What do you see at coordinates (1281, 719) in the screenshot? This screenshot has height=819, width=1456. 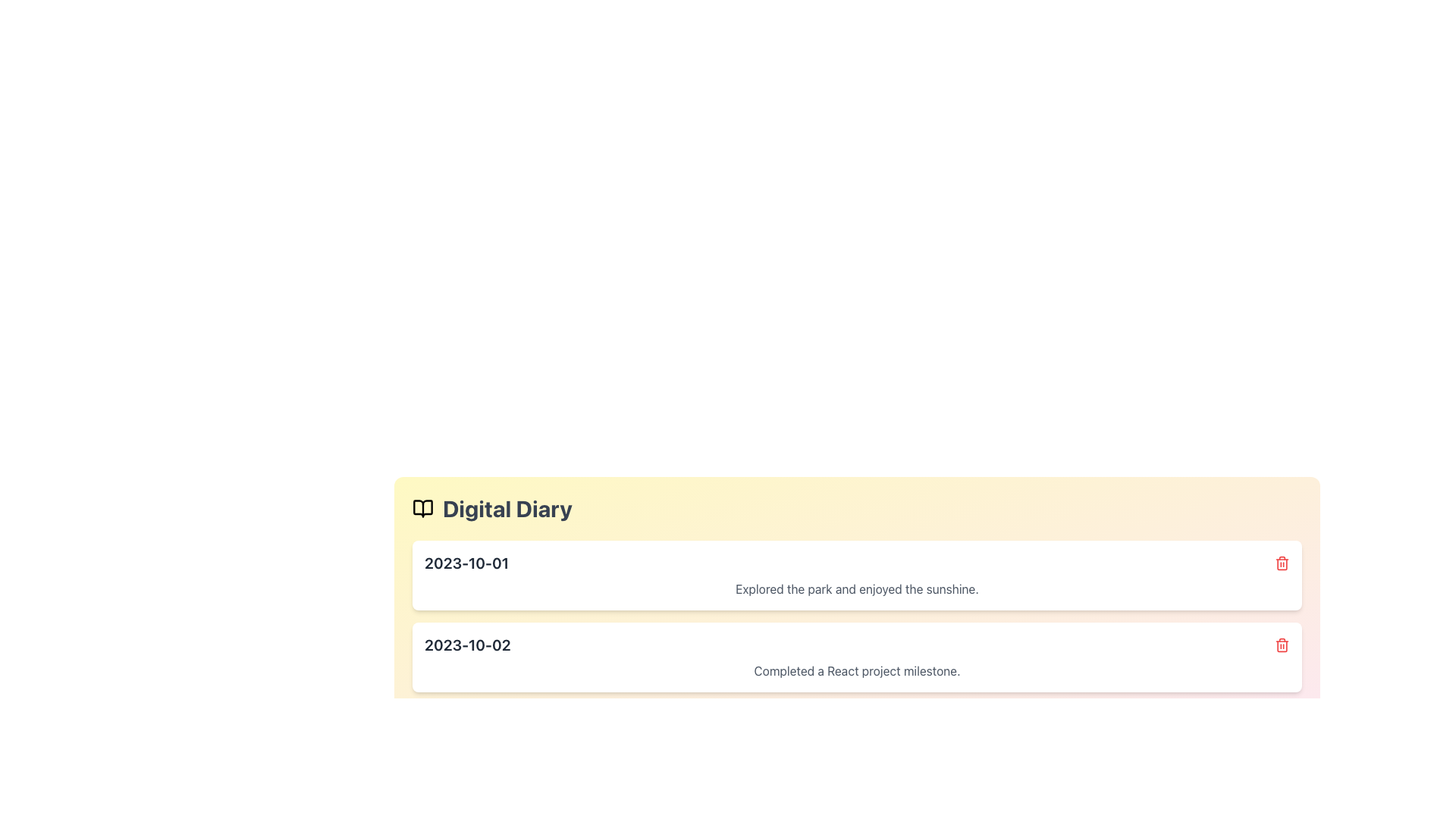 I see `the small, square-shaped blue button with a white plus sign` at bounding box center [1281, 719].